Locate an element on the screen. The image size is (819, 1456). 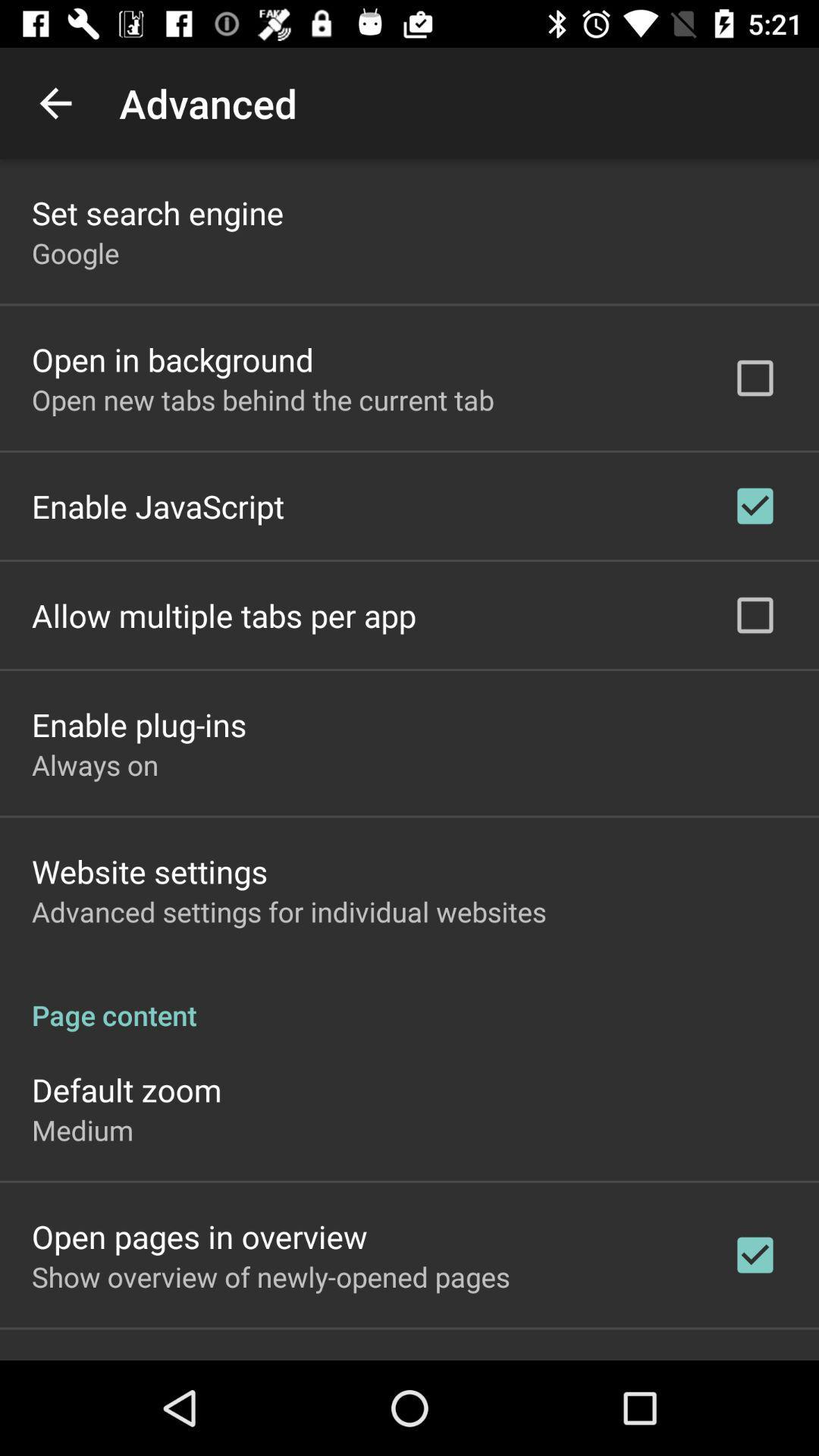
icon next to the advanced icon is located at coordinates (55, 102).